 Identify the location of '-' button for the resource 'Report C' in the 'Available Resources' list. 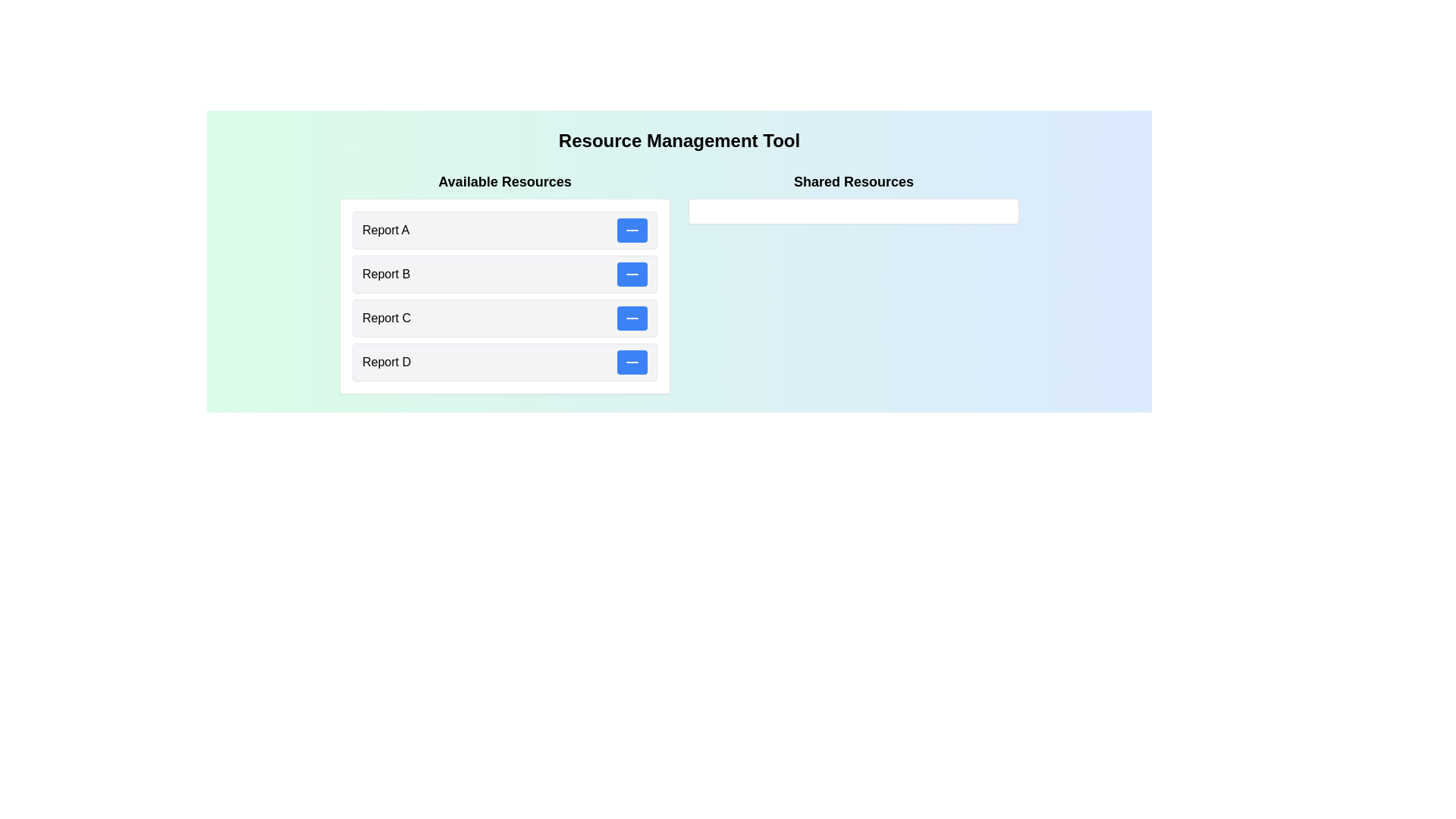
(632, 318).